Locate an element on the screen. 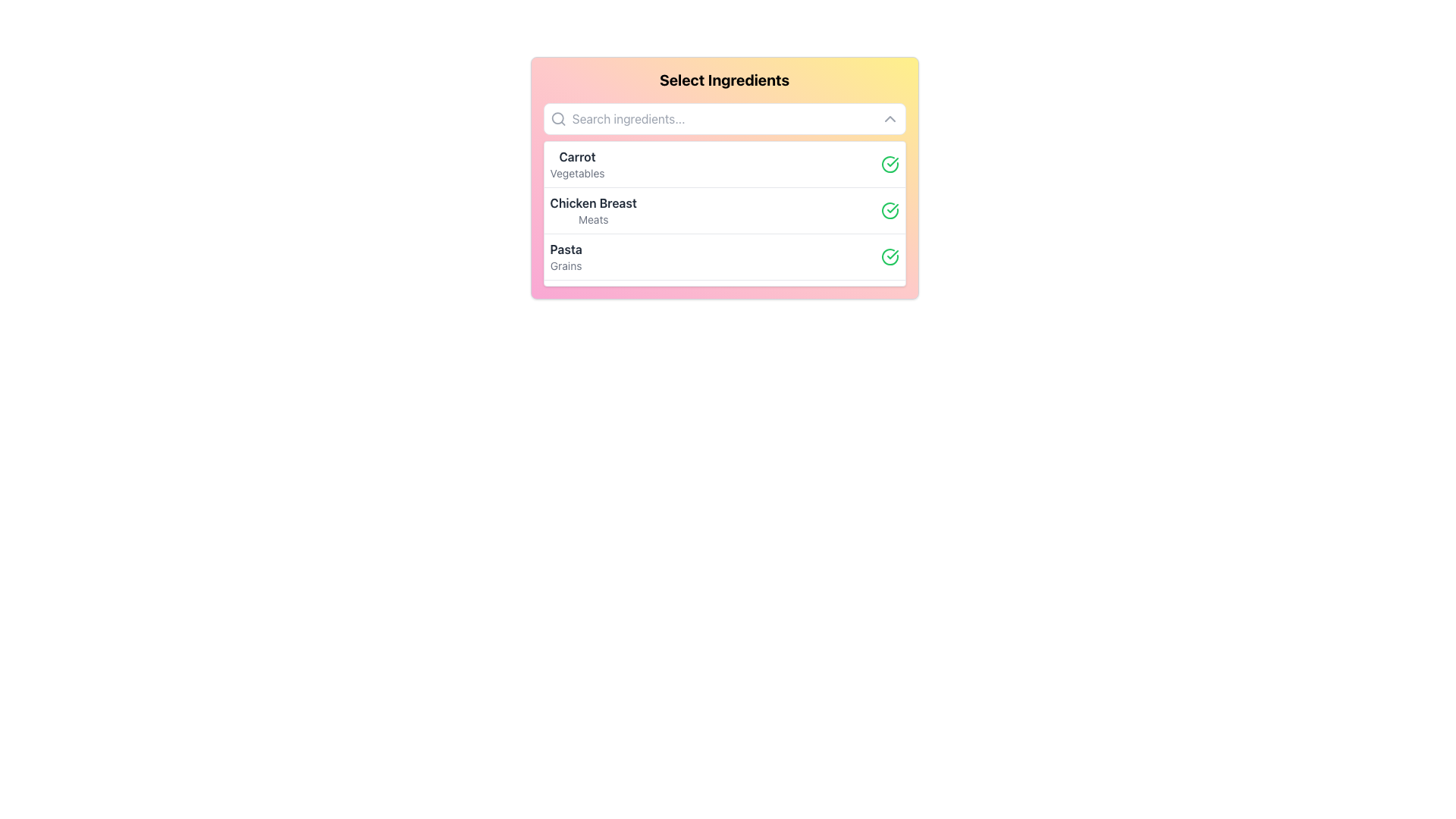  the 'Carrot' text label in the 'Select Ingredients' section is located at coordinates (576, 164).